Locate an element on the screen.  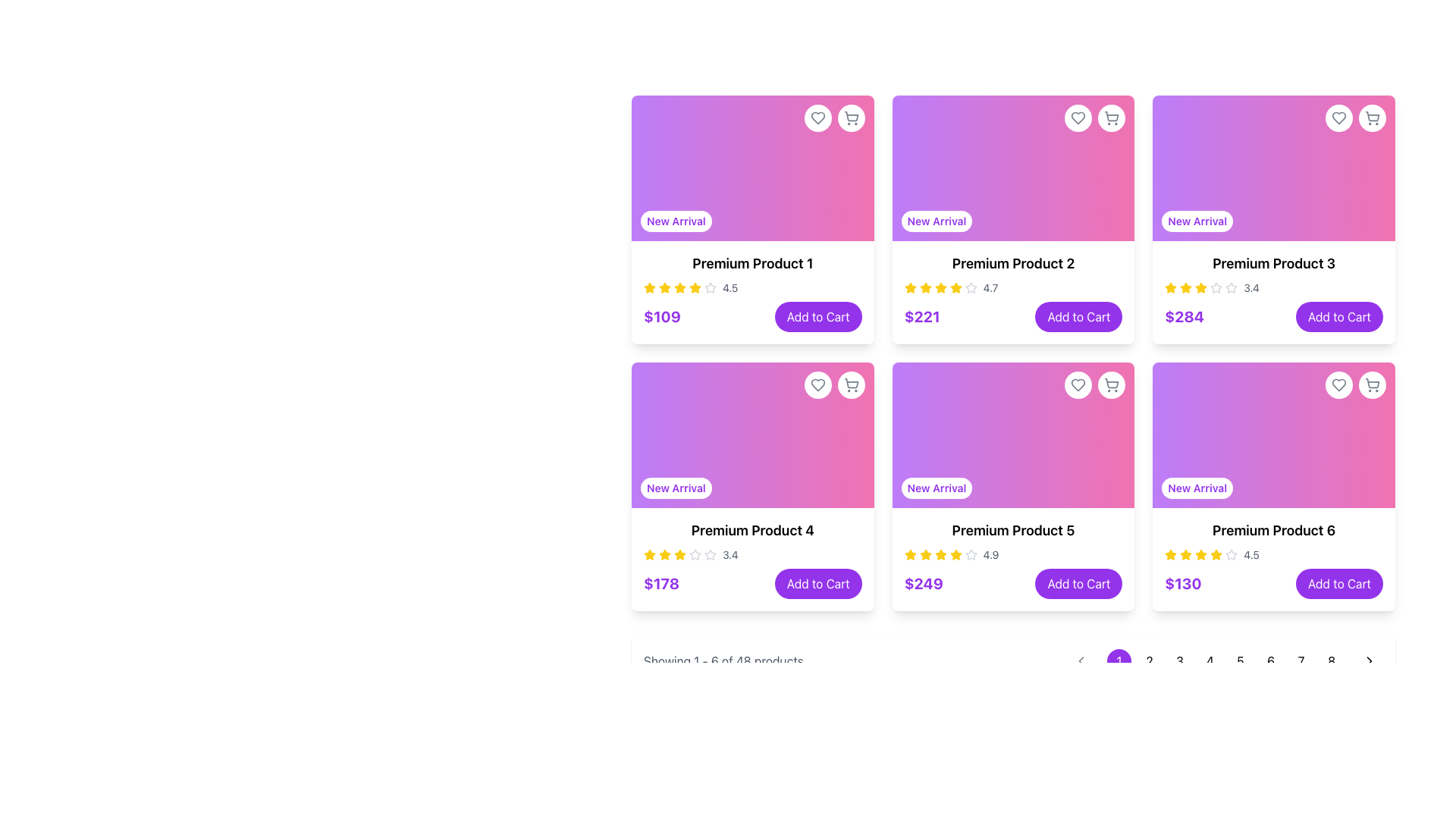
the third golden-yellow star icon in the rating display for the 'Premium Product 4', which is located beneath the product title and above the price label is located at coordinates (665, 555).